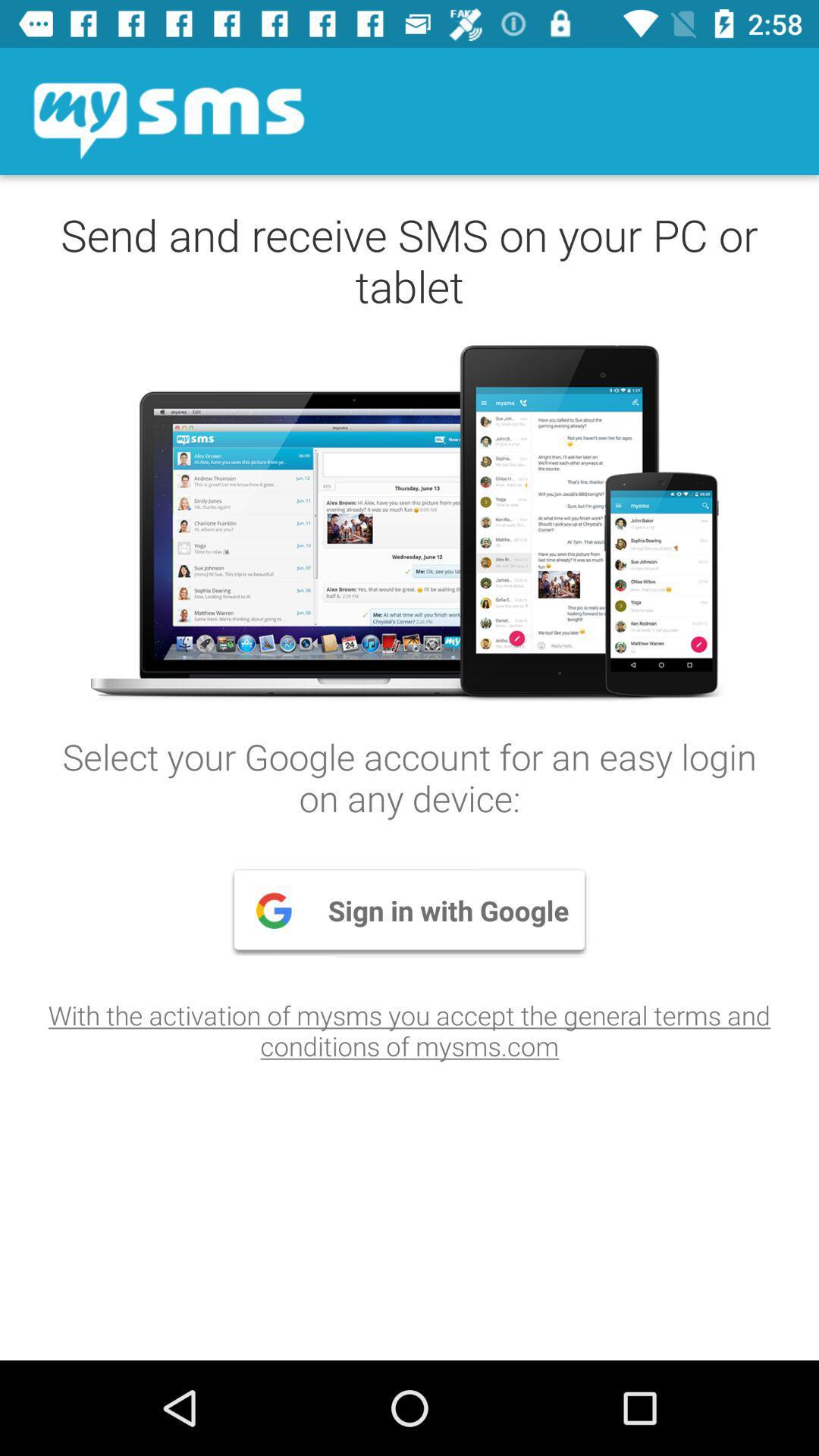 This screenshot has width=819, height=1456. I want to click on sign in with, so click(409, 910).